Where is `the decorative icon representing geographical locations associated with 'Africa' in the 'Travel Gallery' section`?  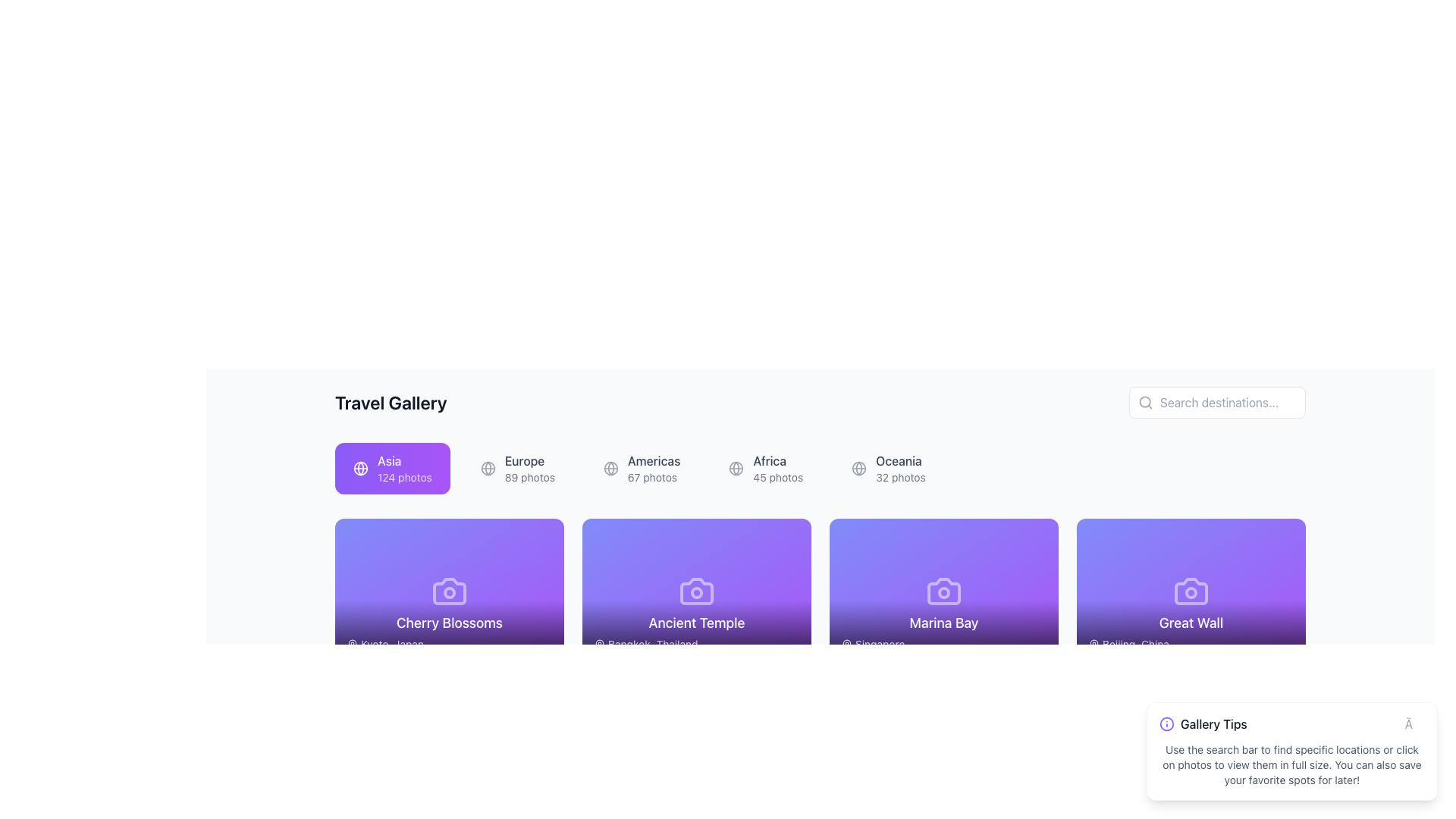
the decorative icon representing geographical locations associated with 'Africa' in the 'Travel Gallery' section is located at coordinates (736, 467).